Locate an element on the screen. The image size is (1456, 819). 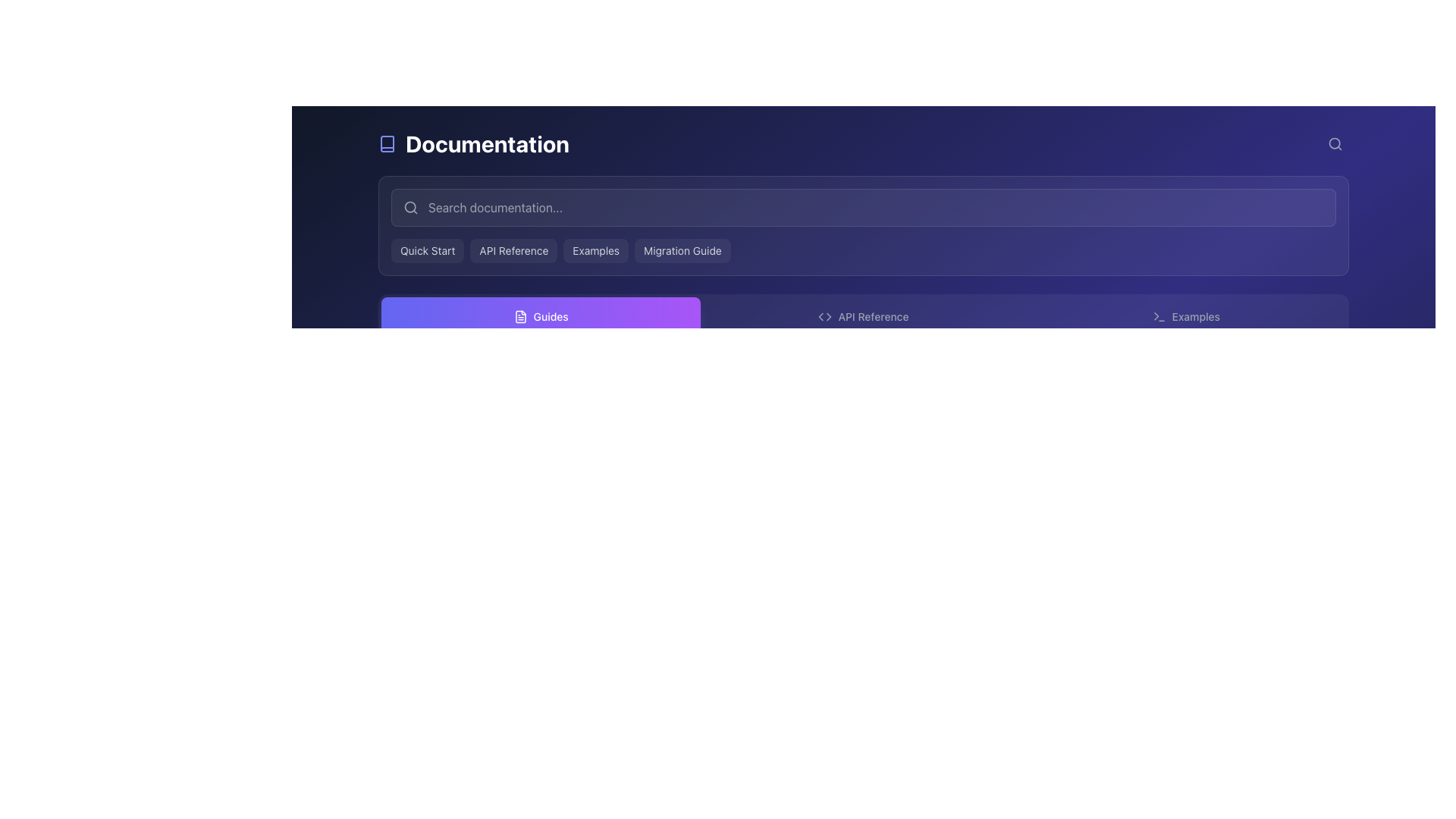
the search input field located at the top section of the interface, which has a placeholder for typing queries to search through the documentation is located at coordinates (863, 207).